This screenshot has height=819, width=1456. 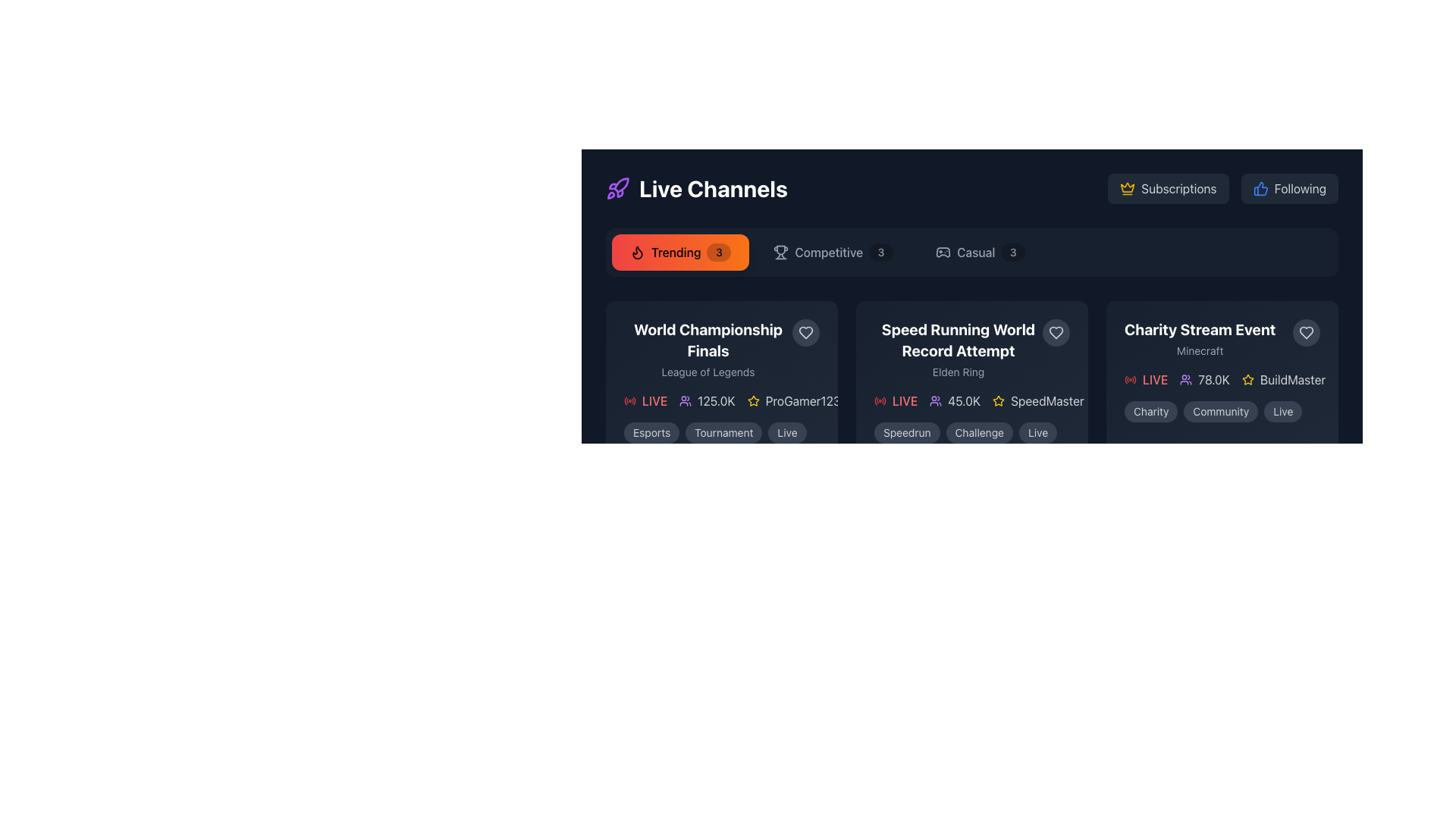 What do you see at coordinates (720, 380) in the screenshot?
I see `the first card in the grid layout representing a live broadcast` at bounding box center [720, 380].